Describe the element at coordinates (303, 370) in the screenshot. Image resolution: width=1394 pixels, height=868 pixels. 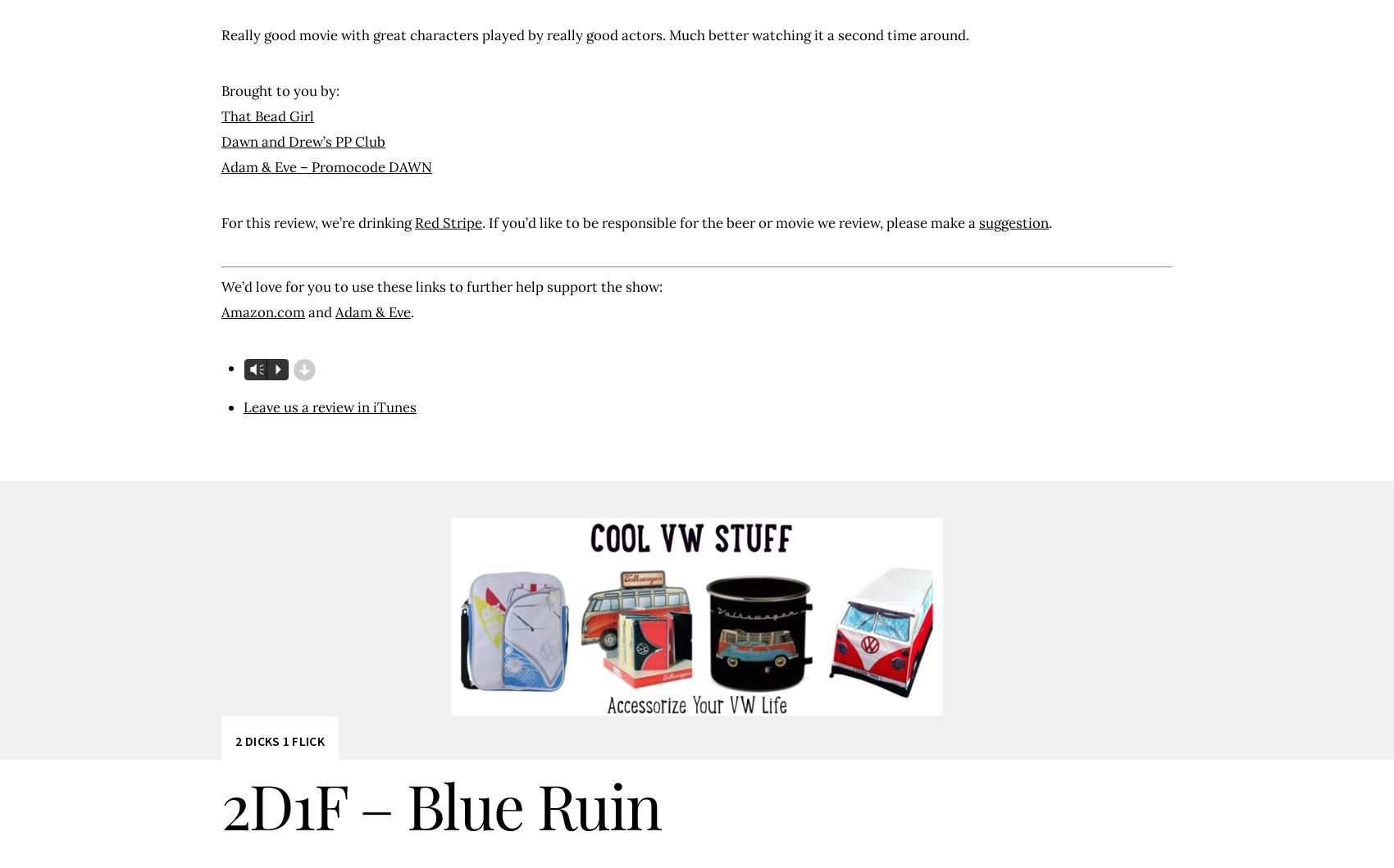
I see `'d'` at that location.